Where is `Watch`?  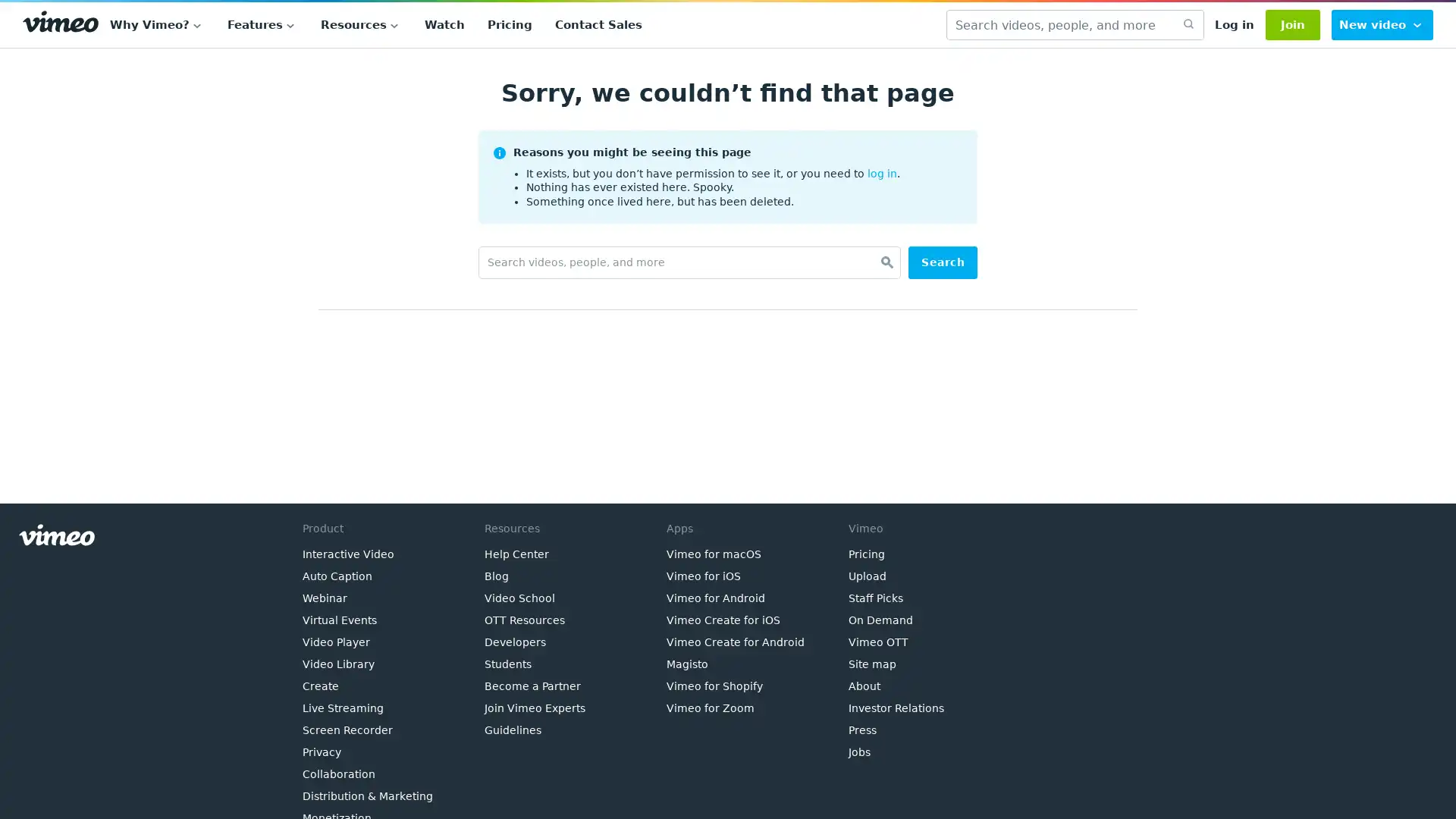
Watch is located at coordinates (444, 25).